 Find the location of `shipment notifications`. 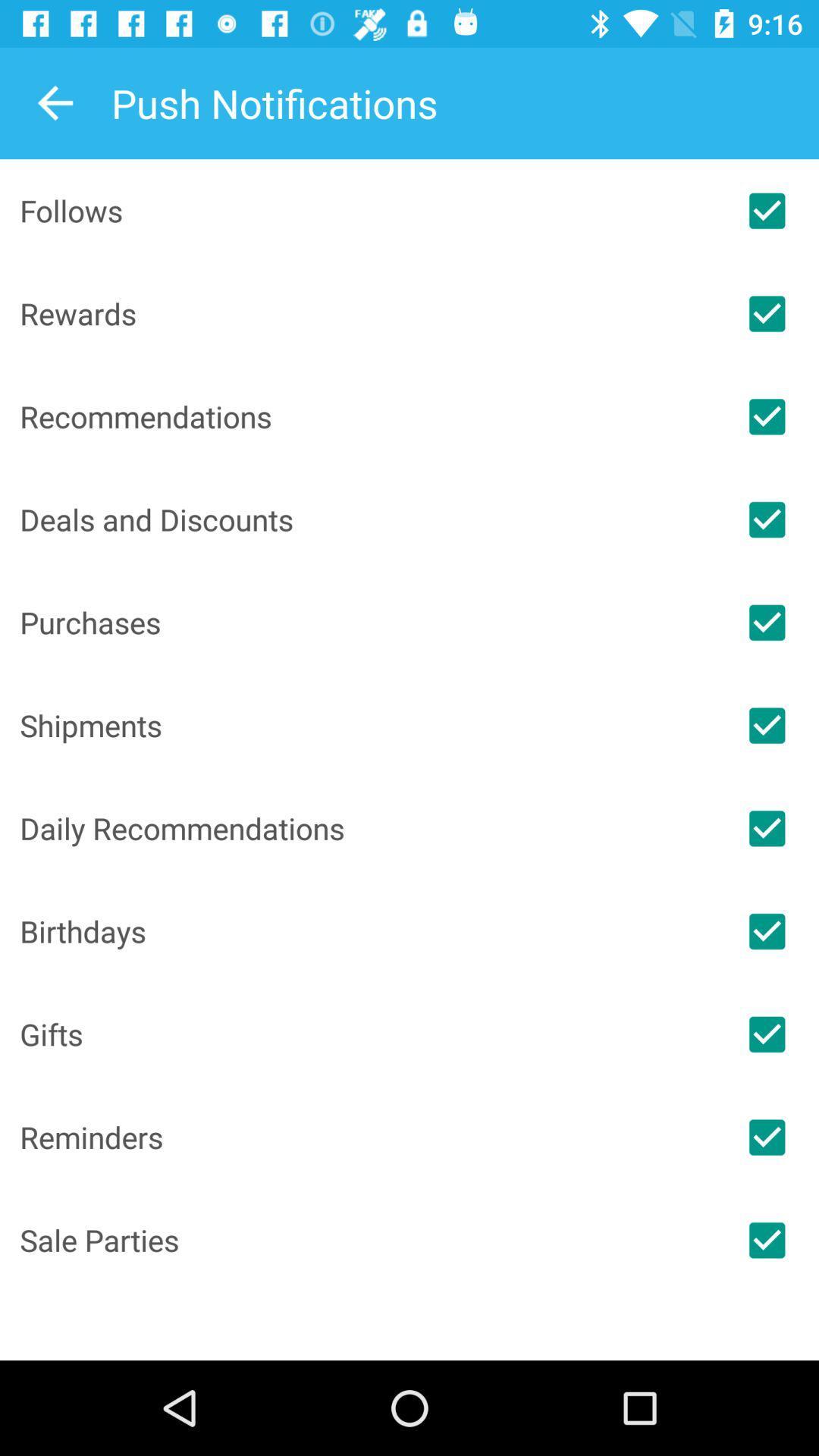

shipment notifications is located at coordinates (767, 724).